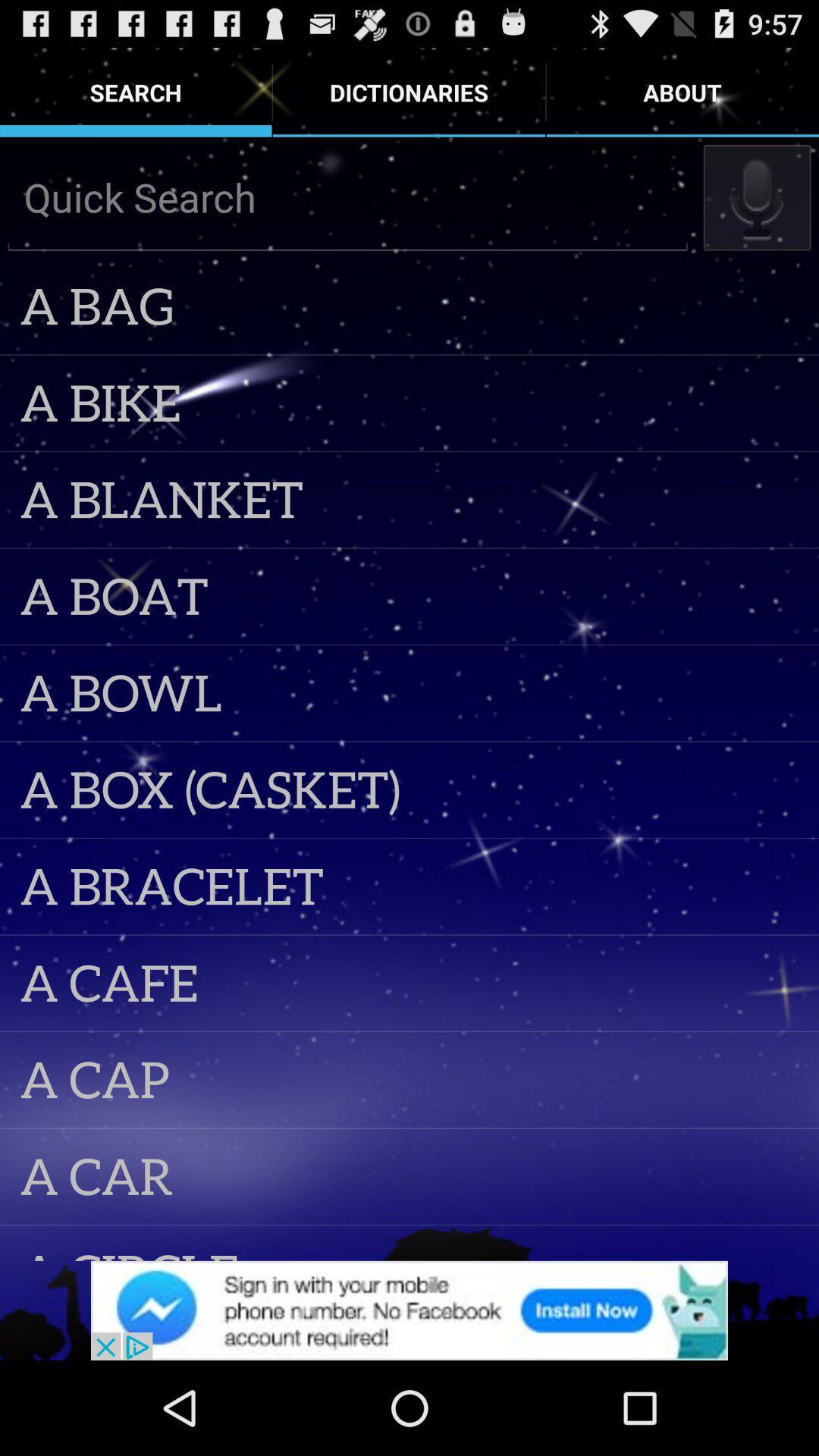  What do you see at coordinates (347, 196) in the screenshot?
I see `search bar` at bounding box center [347, 196].